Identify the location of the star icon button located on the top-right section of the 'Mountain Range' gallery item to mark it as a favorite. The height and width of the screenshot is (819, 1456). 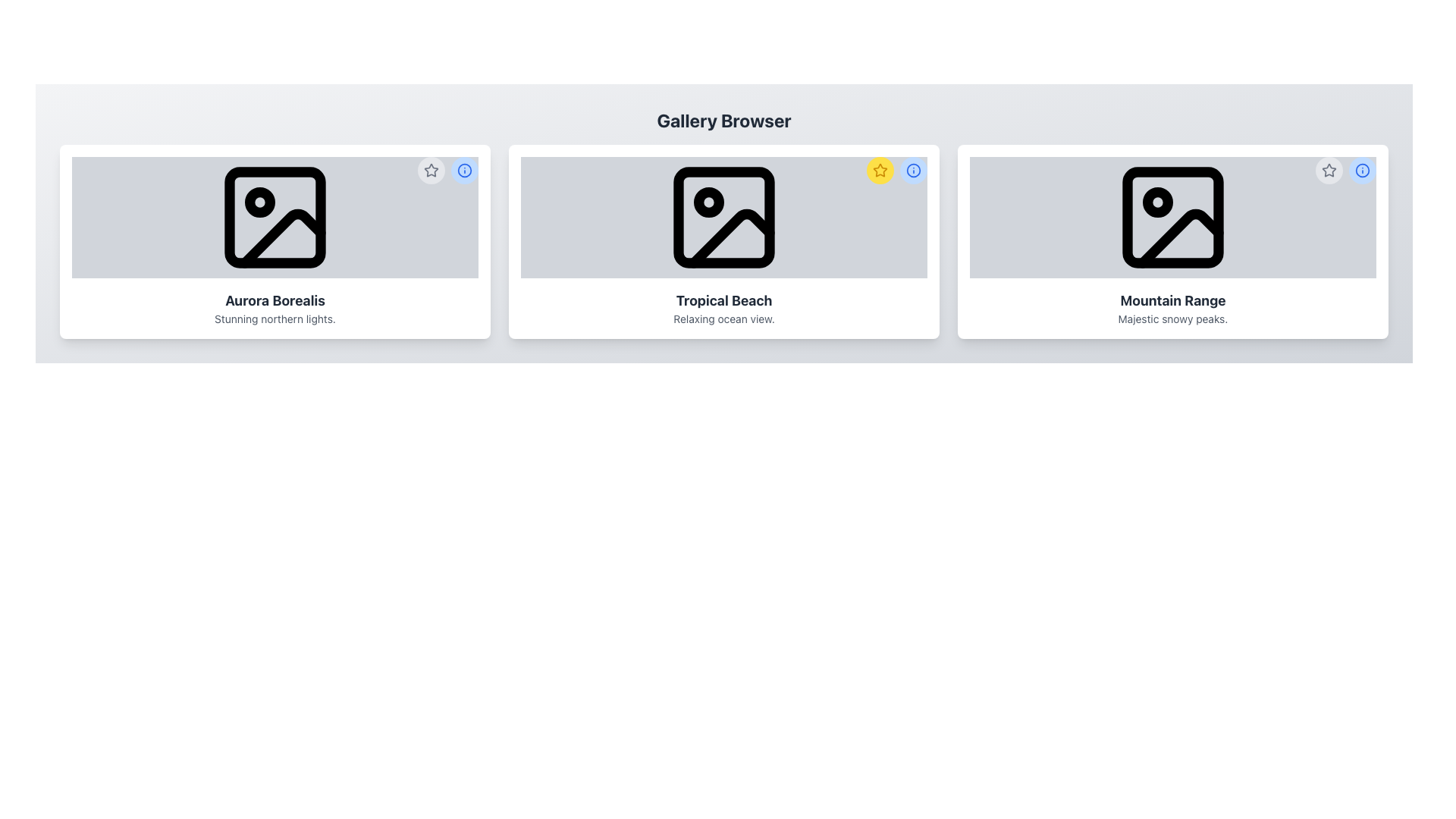
(1328, 169).